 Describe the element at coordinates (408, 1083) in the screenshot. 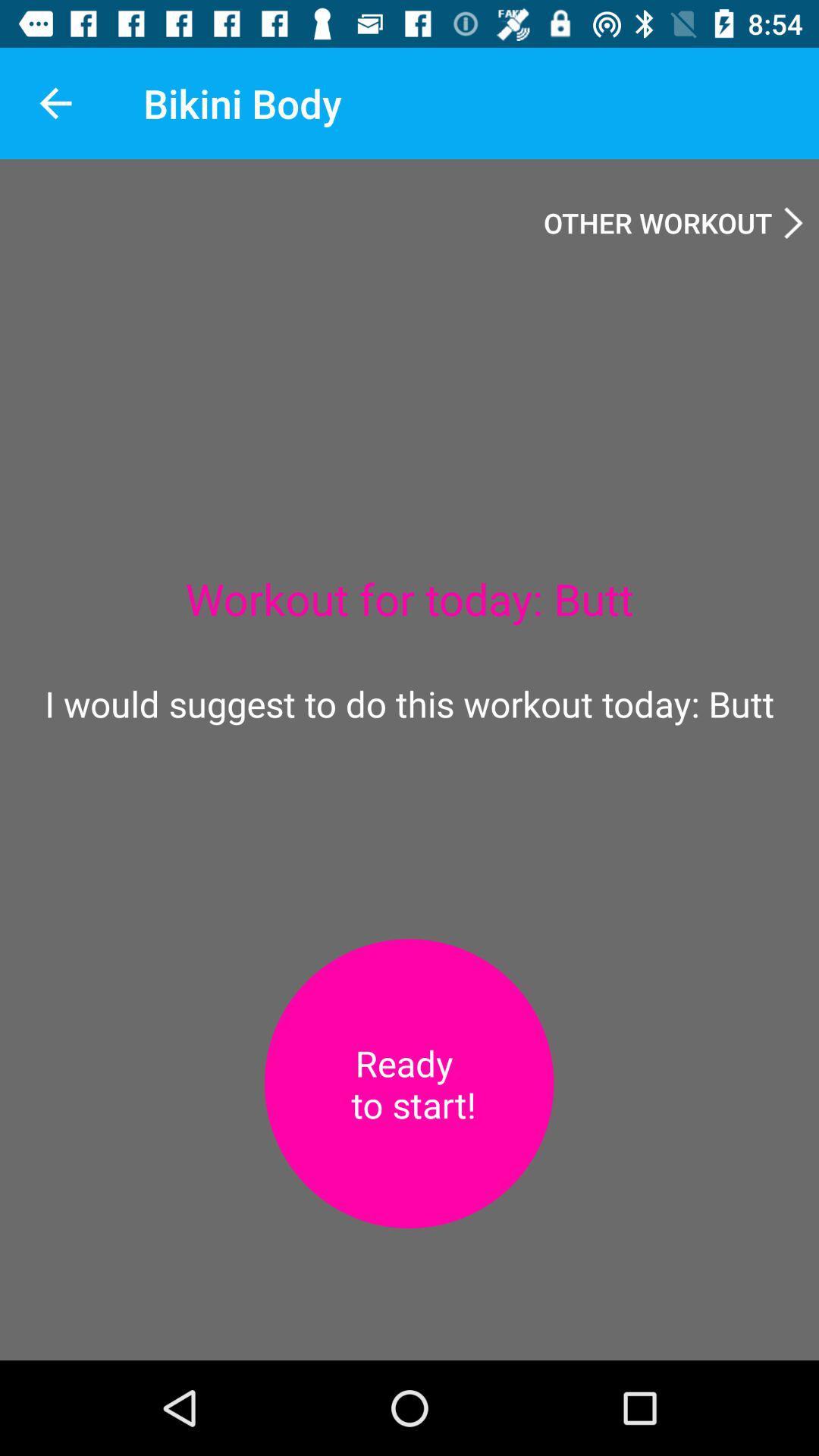

I see `start workout` at that location.